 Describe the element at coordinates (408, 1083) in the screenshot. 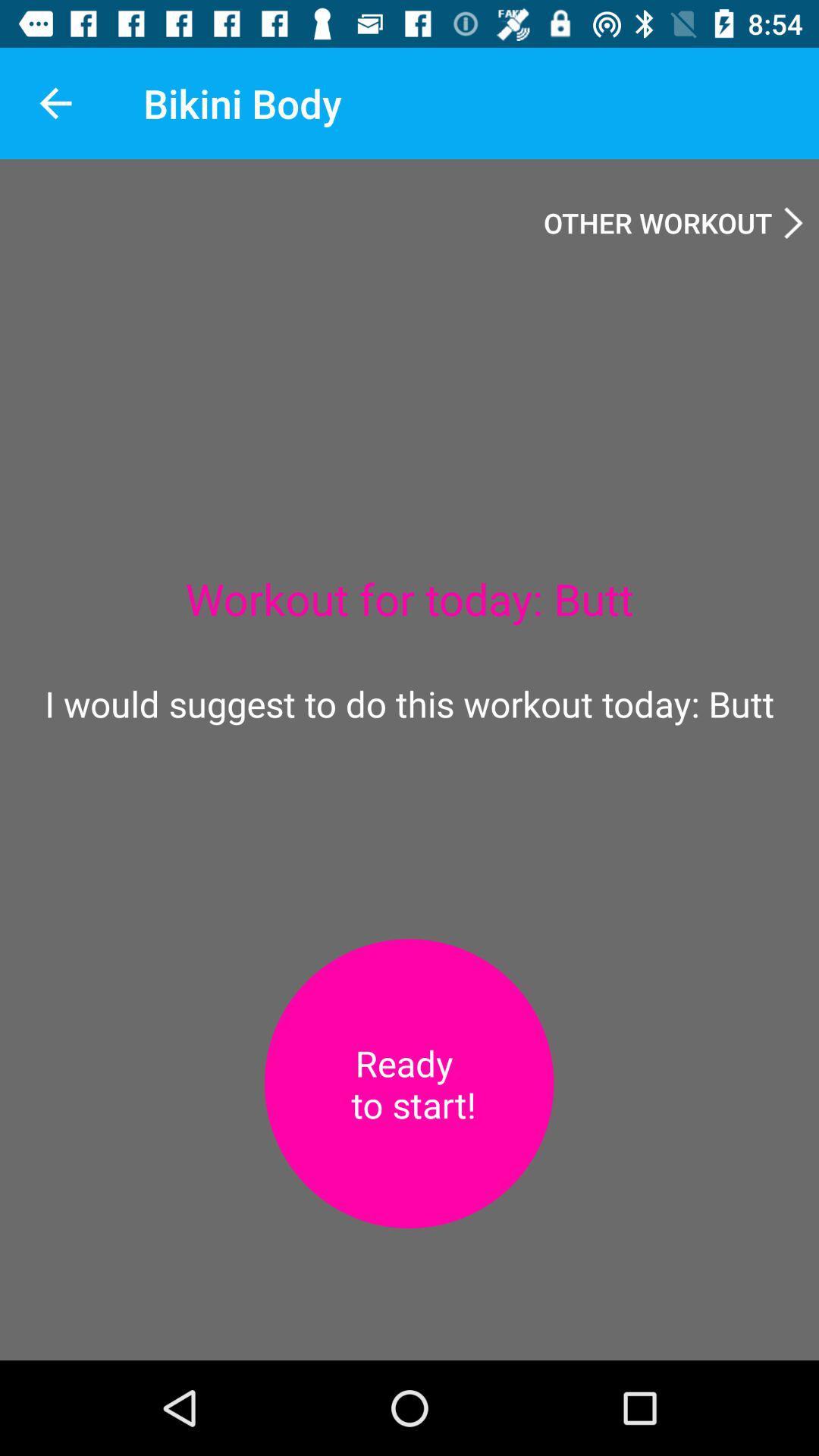

I see `start workout` at that location.